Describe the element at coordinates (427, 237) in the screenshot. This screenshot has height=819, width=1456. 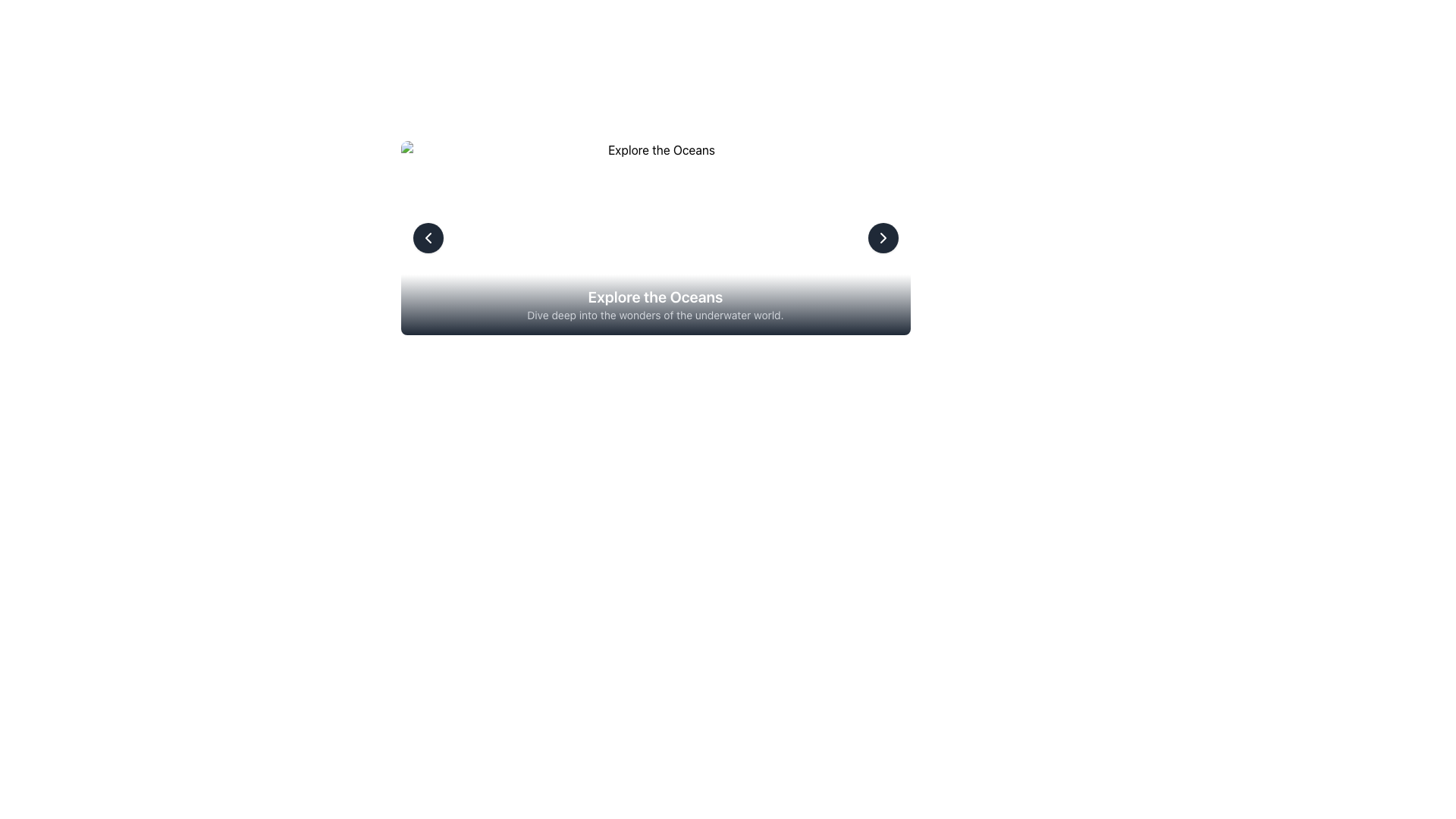
I see `the navigational button that moves to the previous slide, located on the left-middle side of the content area` at that location.